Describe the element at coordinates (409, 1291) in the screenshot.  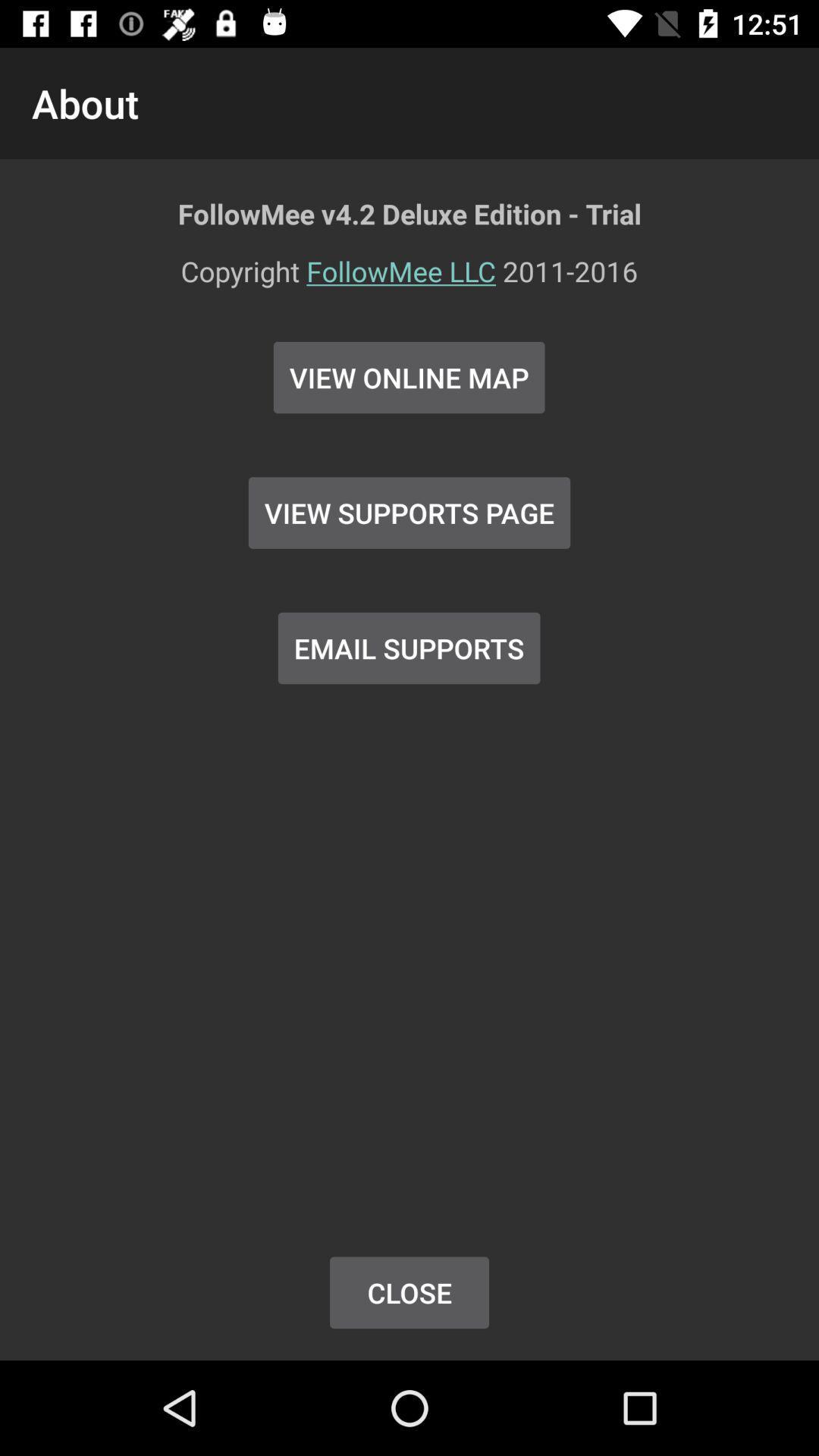
I see `the close` at that location.